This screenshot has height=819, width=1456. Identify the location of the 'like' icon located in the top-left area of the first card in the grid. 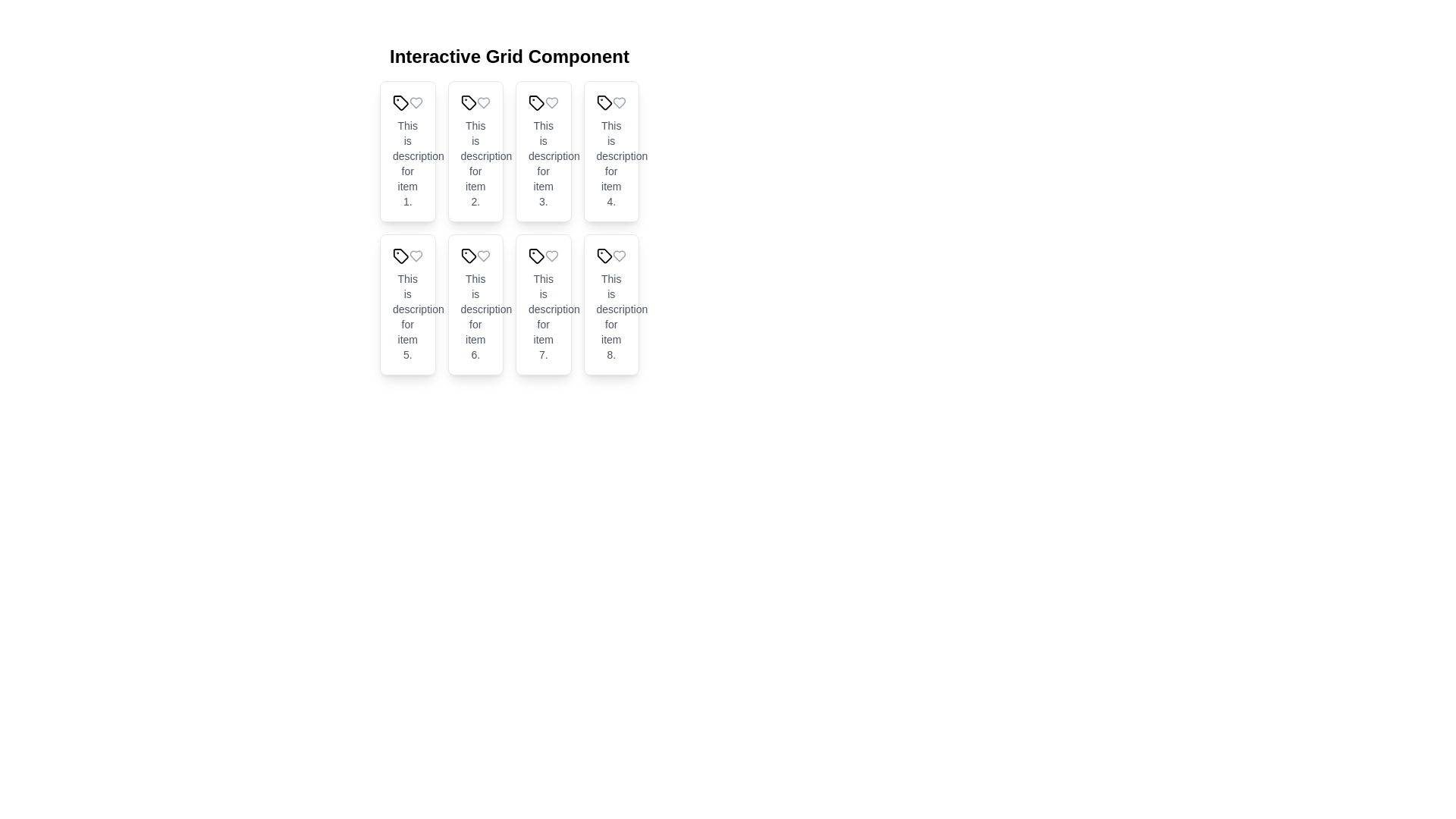
(416, 102).